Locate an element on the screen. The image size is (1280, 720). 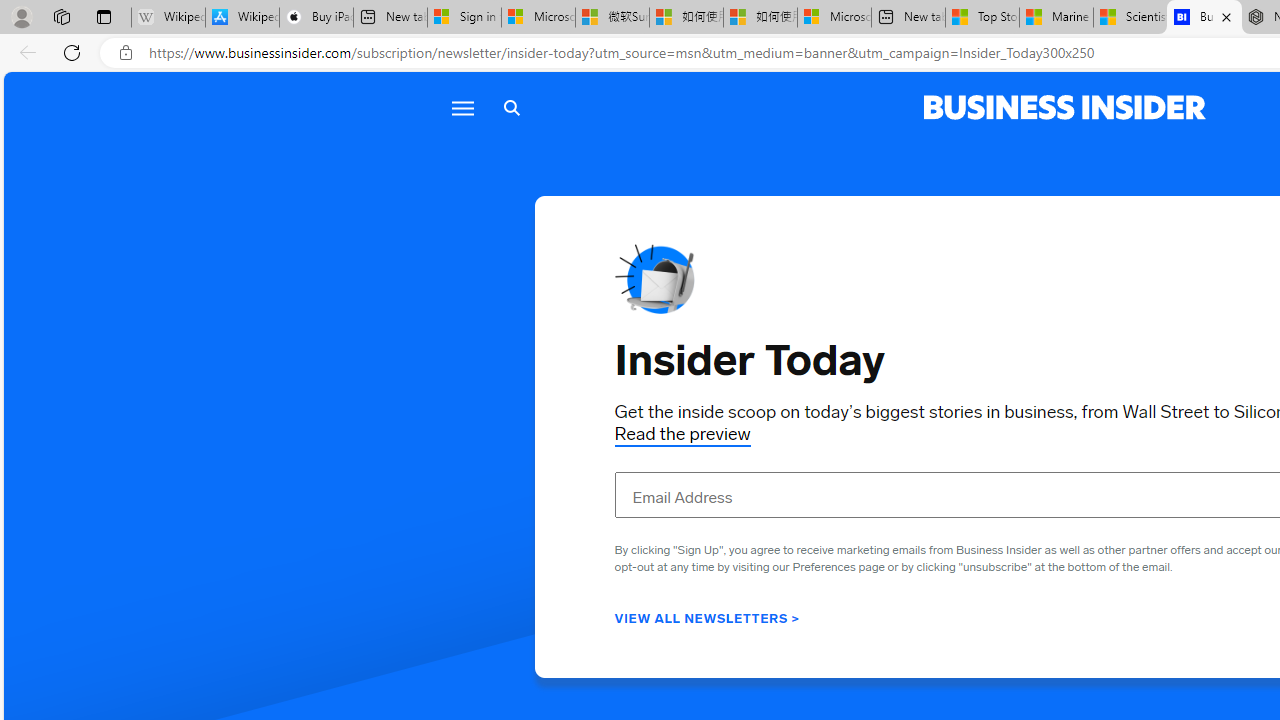
'Read the preview' is located at coordinates (682, 433).